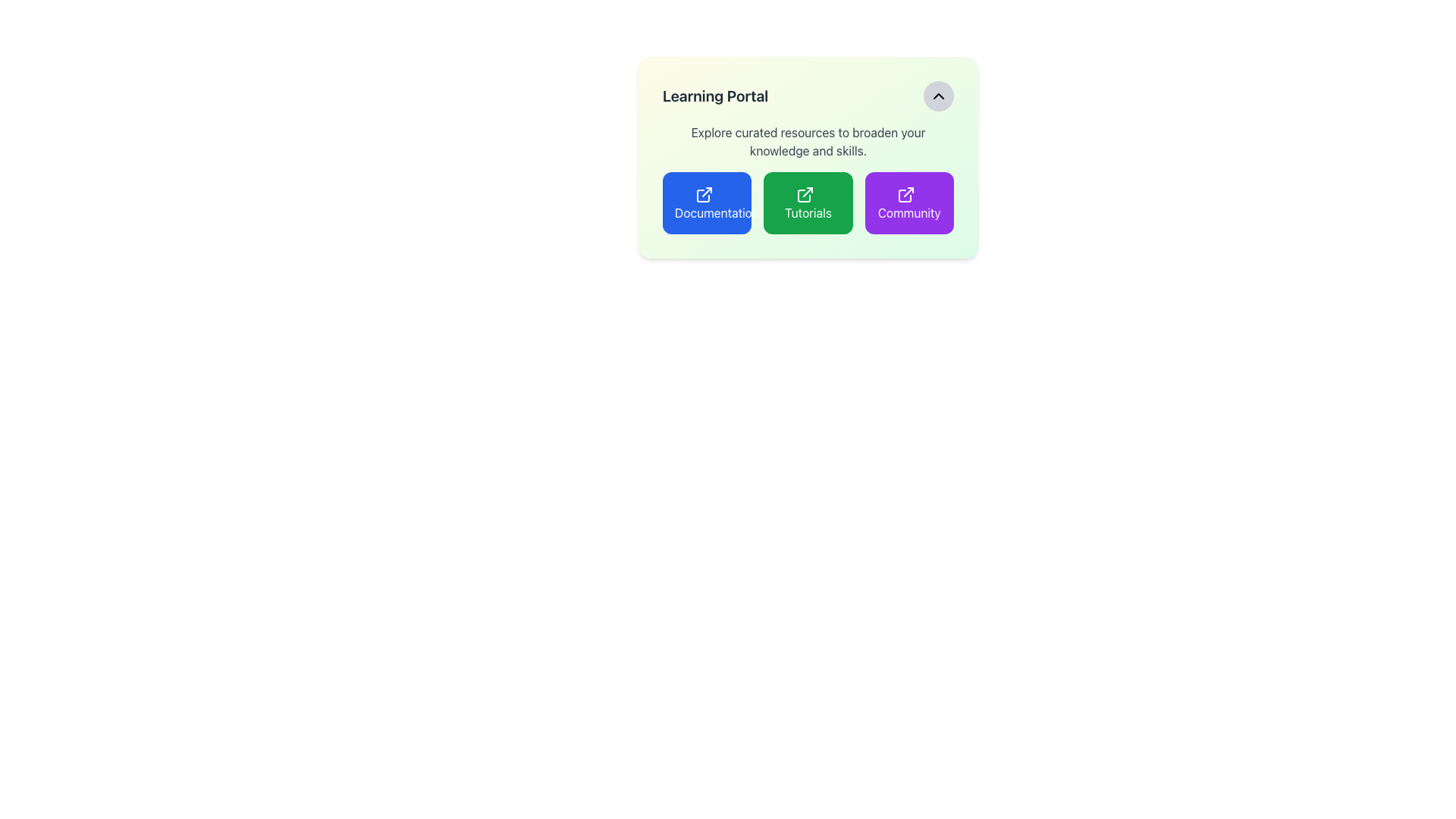  Describe the element at coordinates (909, 202) in the screenshot. I see `the button located in the 'Learning Portal' card interface that redirects users to the community page` at that location.